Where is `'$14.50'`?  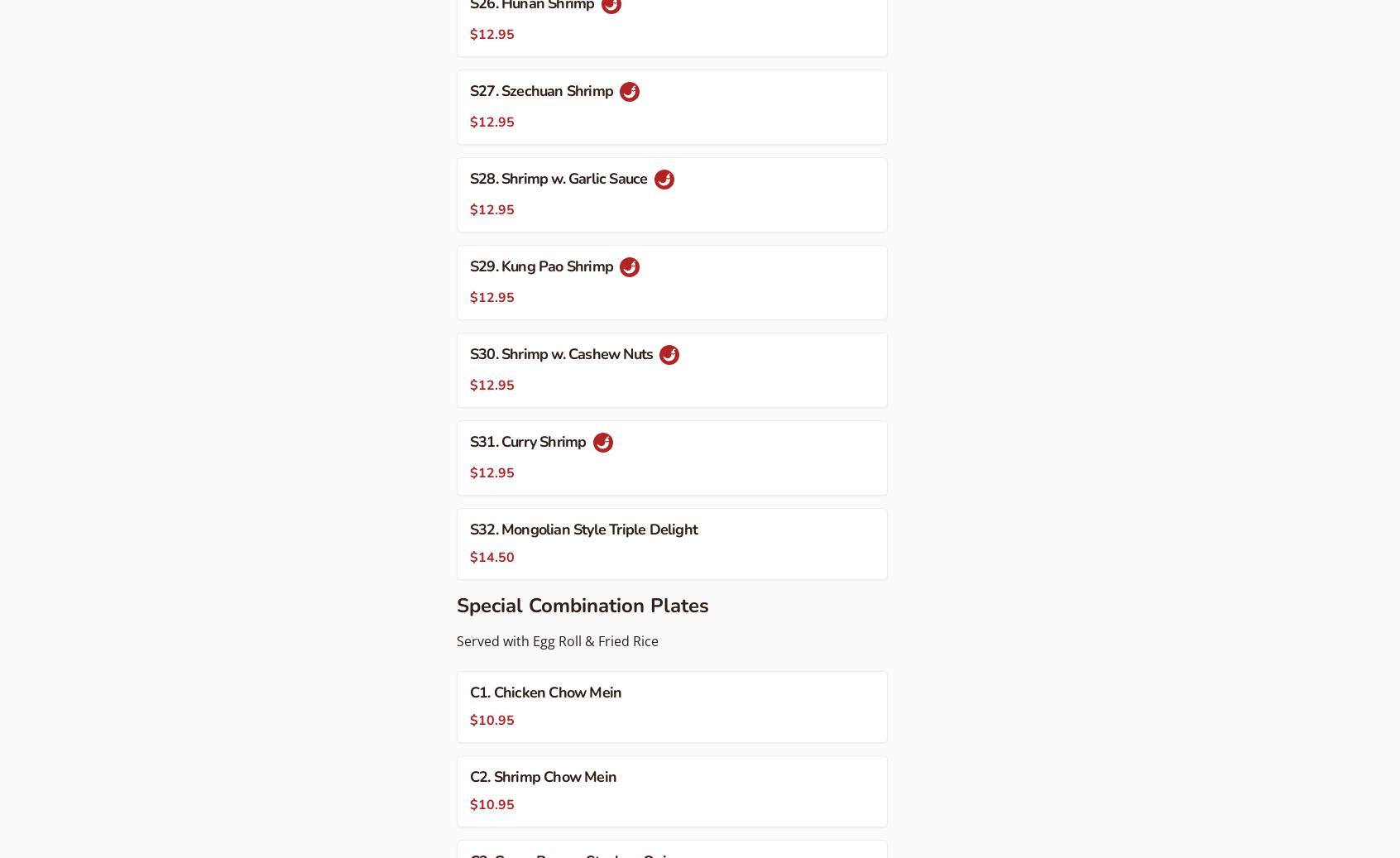
'$14.50' is located at coordinates (491, 557).